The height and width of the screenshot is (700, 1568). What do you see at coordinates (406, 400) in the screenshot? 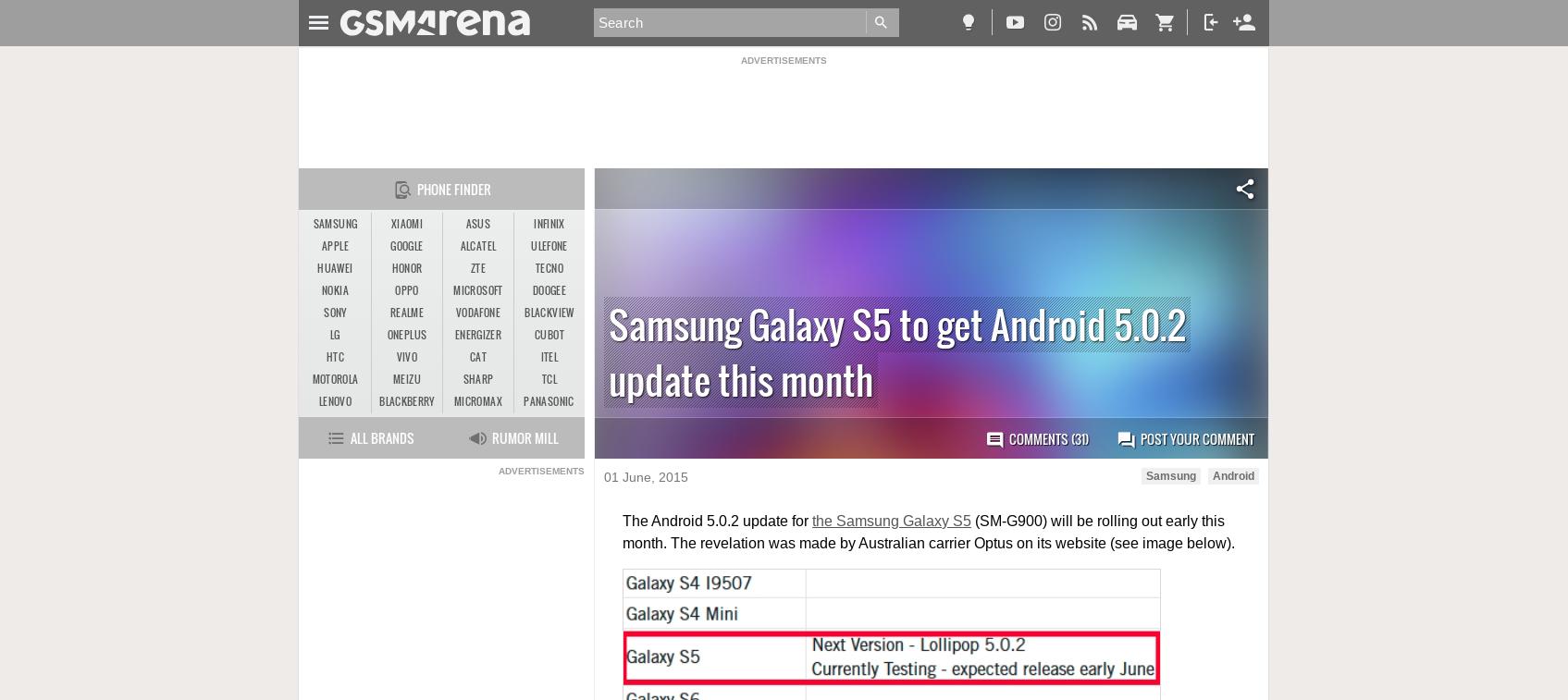
I see `'BlackBerry'` at bounding box center [406, 400].